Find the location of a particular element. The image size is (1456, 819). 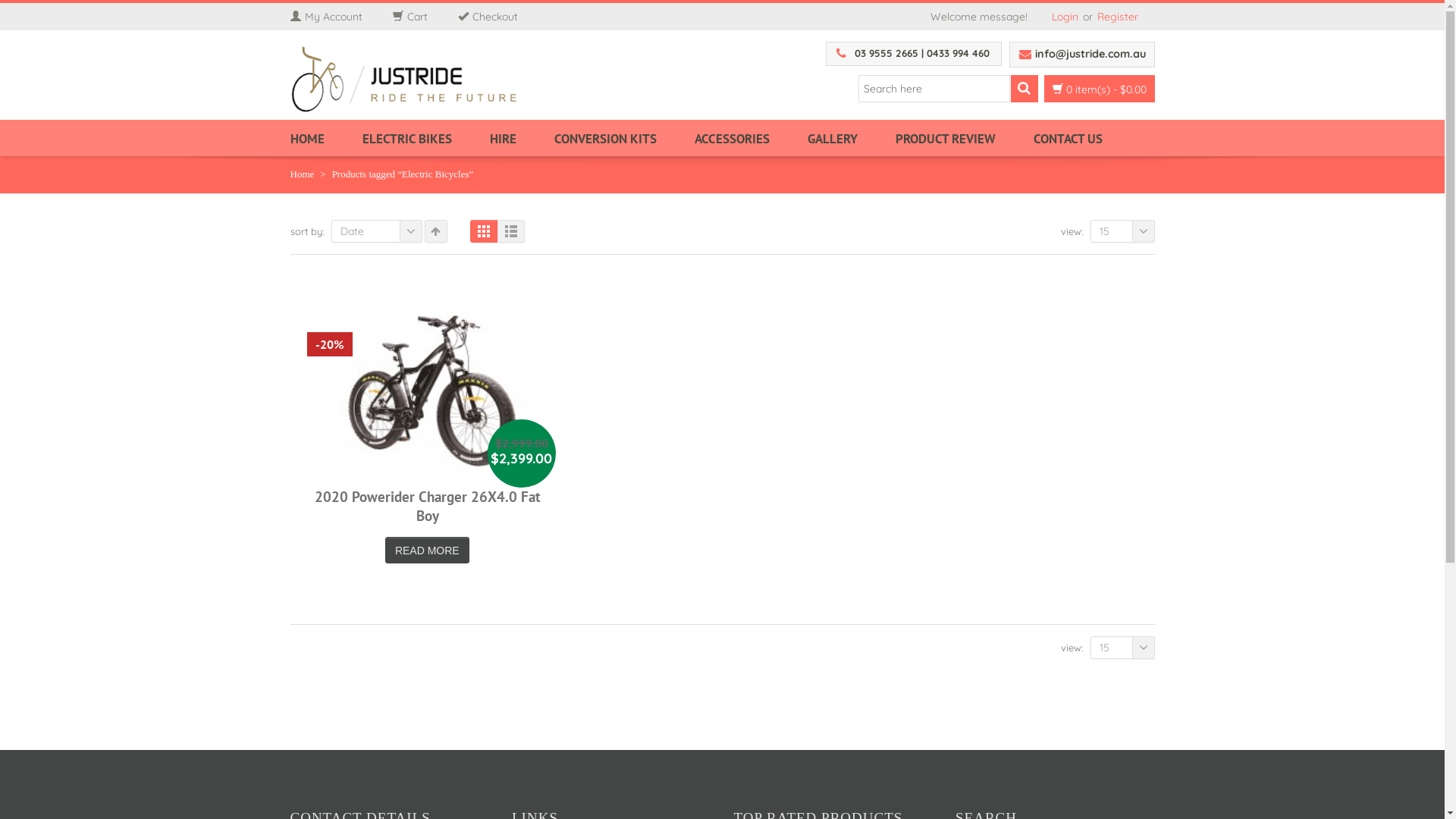

'Cart' is located at coordinates (425, 17).